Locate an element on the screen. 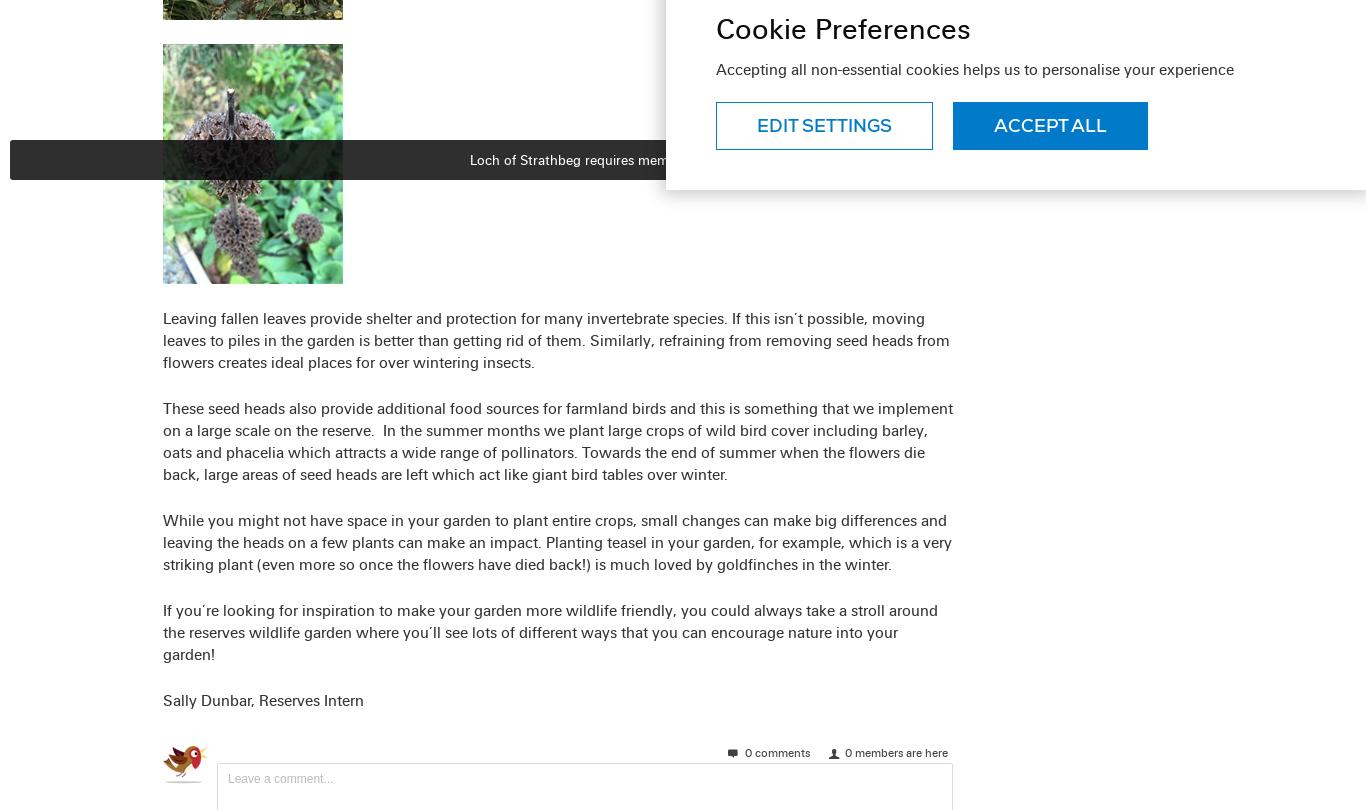 The image size is (1366, 810). 'Leave a comment...' is located at coordinates (226, 777).